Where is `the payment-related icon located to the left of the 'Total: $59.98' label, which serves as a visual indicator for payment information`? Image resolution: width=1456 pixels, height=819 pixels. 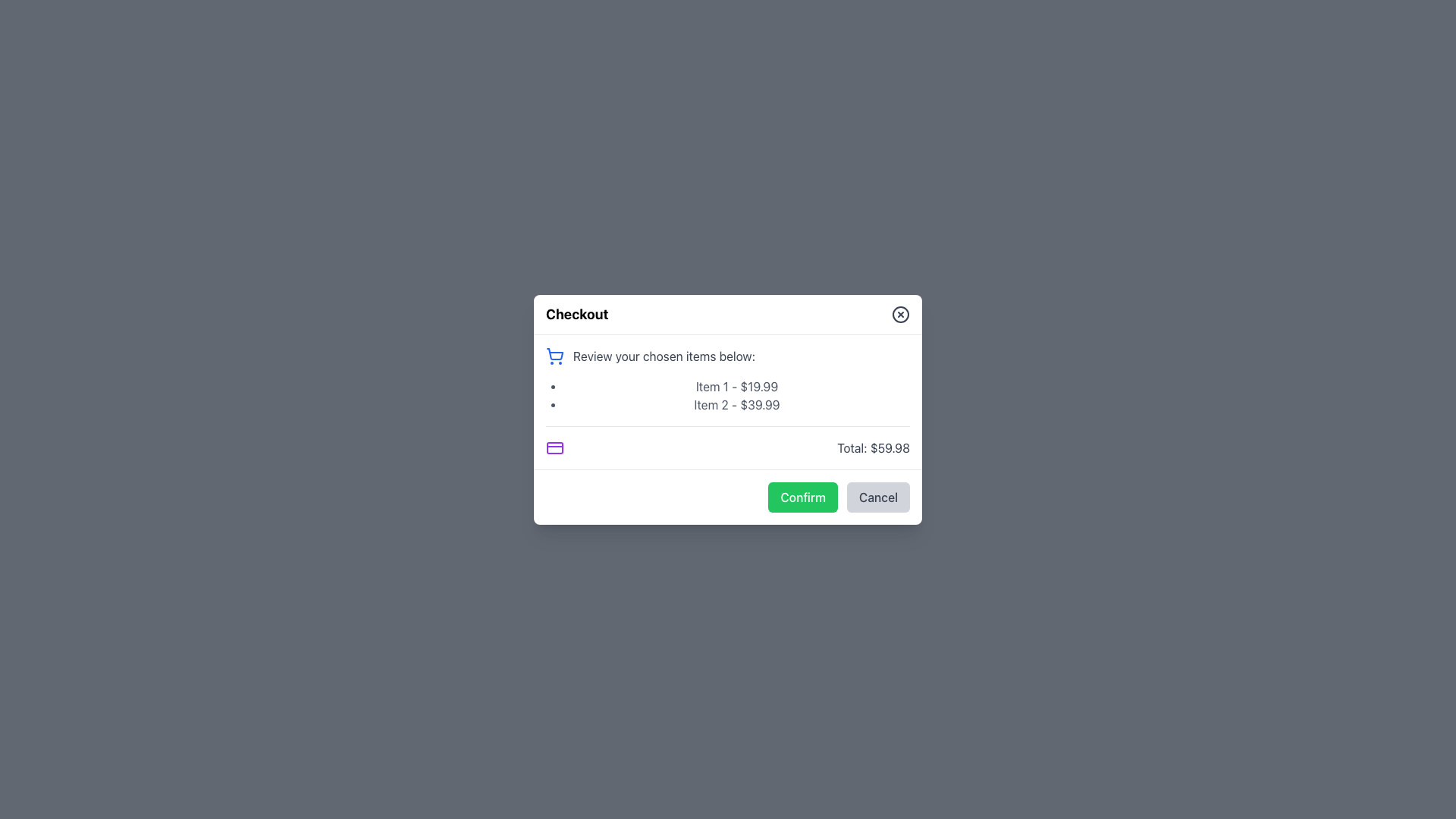
the payment-related icon located to the left of the 'Total: $59.98' label, which serves as a visual indicator for payment information is located at coordinates (554, 447).